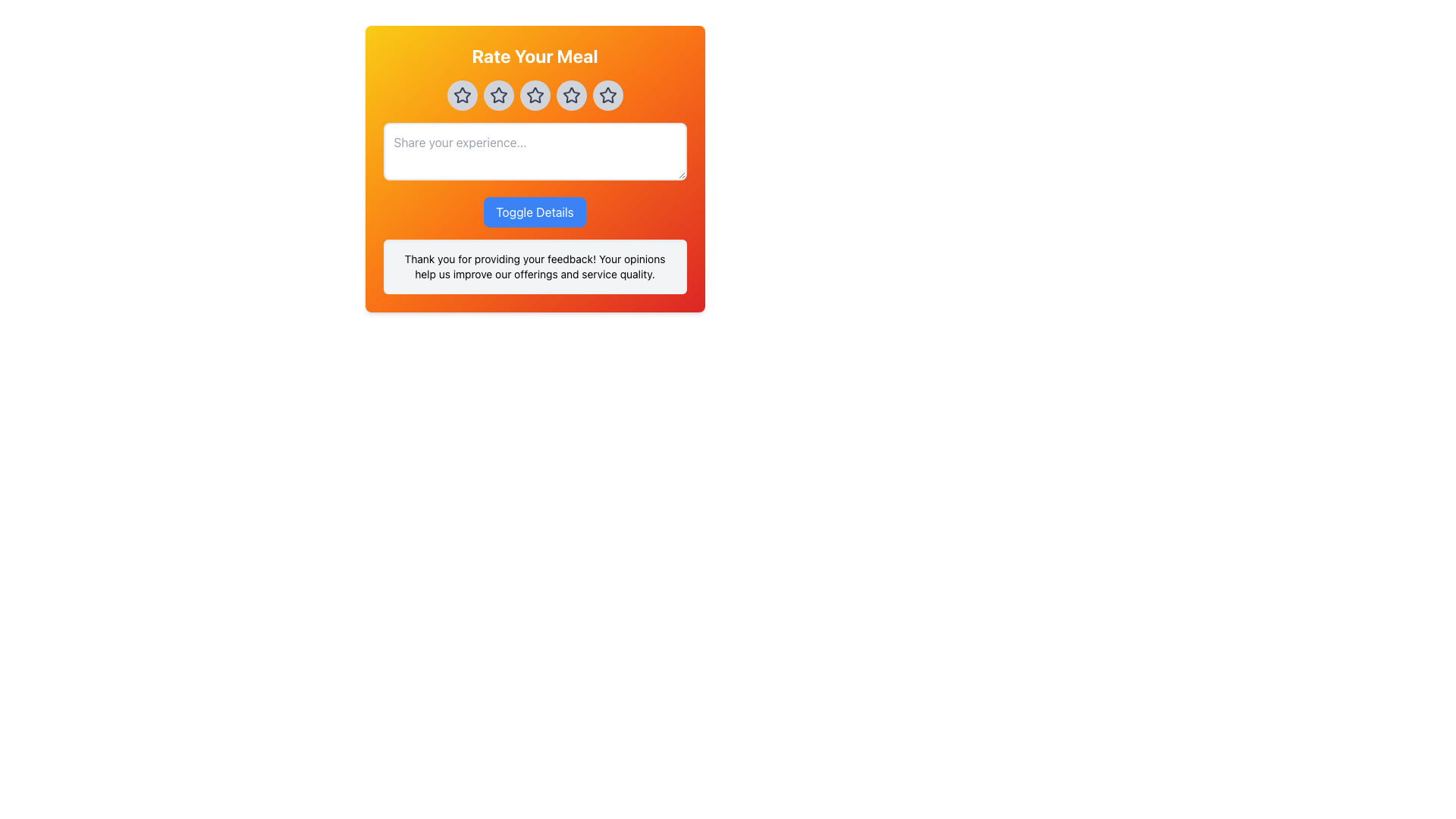 The width and height of the screenshot is (1456, 819). I want to click on the fourth star button in the horizontal sequence of five identical buttons, so click(570, 96).